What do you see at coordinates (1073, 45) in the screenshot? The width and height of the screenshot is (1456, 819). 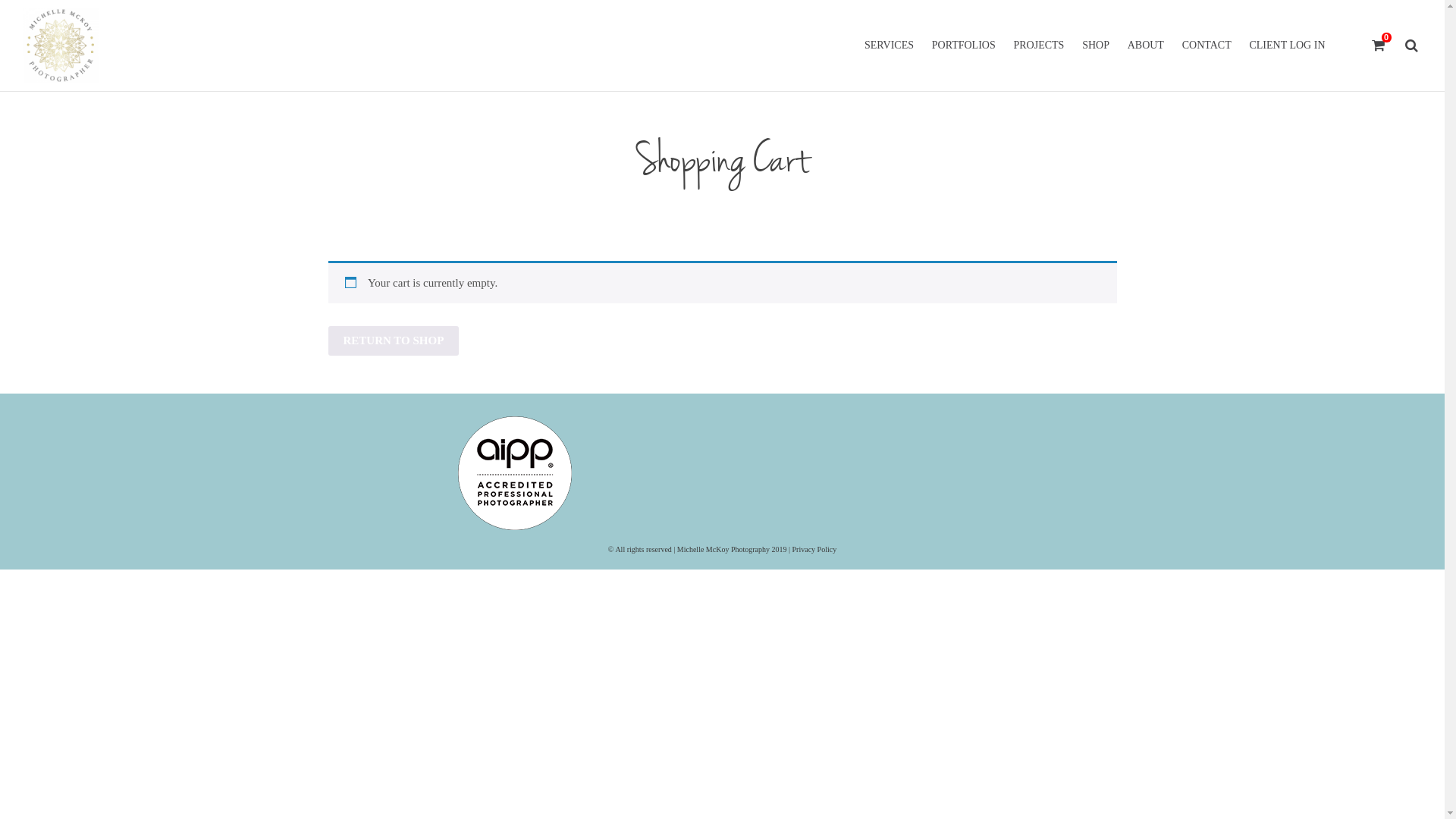 I see `'SHOP'` at bounding box center [1073, 45].